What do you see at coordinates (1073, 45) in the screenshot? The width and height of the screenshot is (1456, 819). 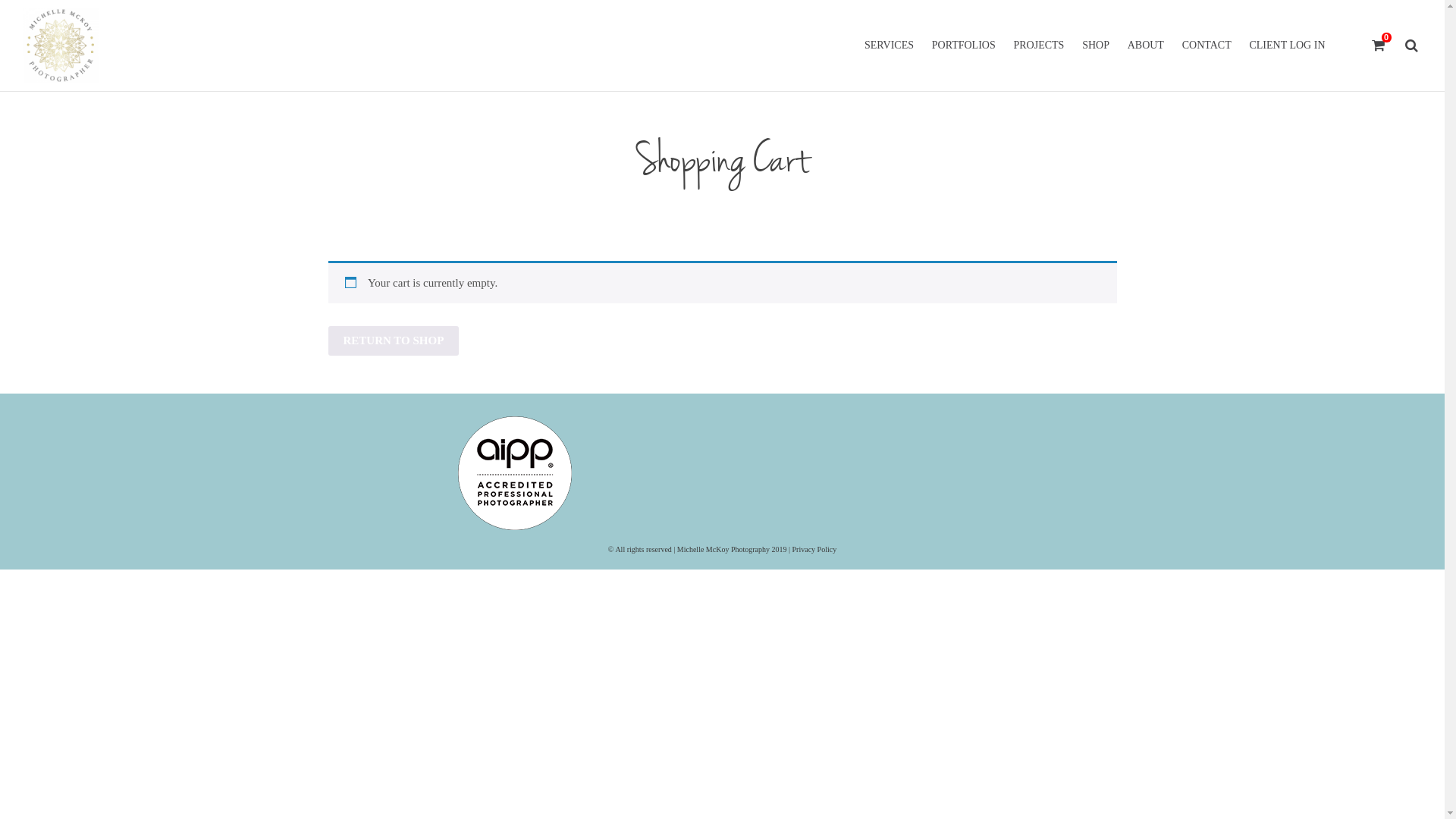 I see `'SHOP'` at bounding box center [1073, 45].